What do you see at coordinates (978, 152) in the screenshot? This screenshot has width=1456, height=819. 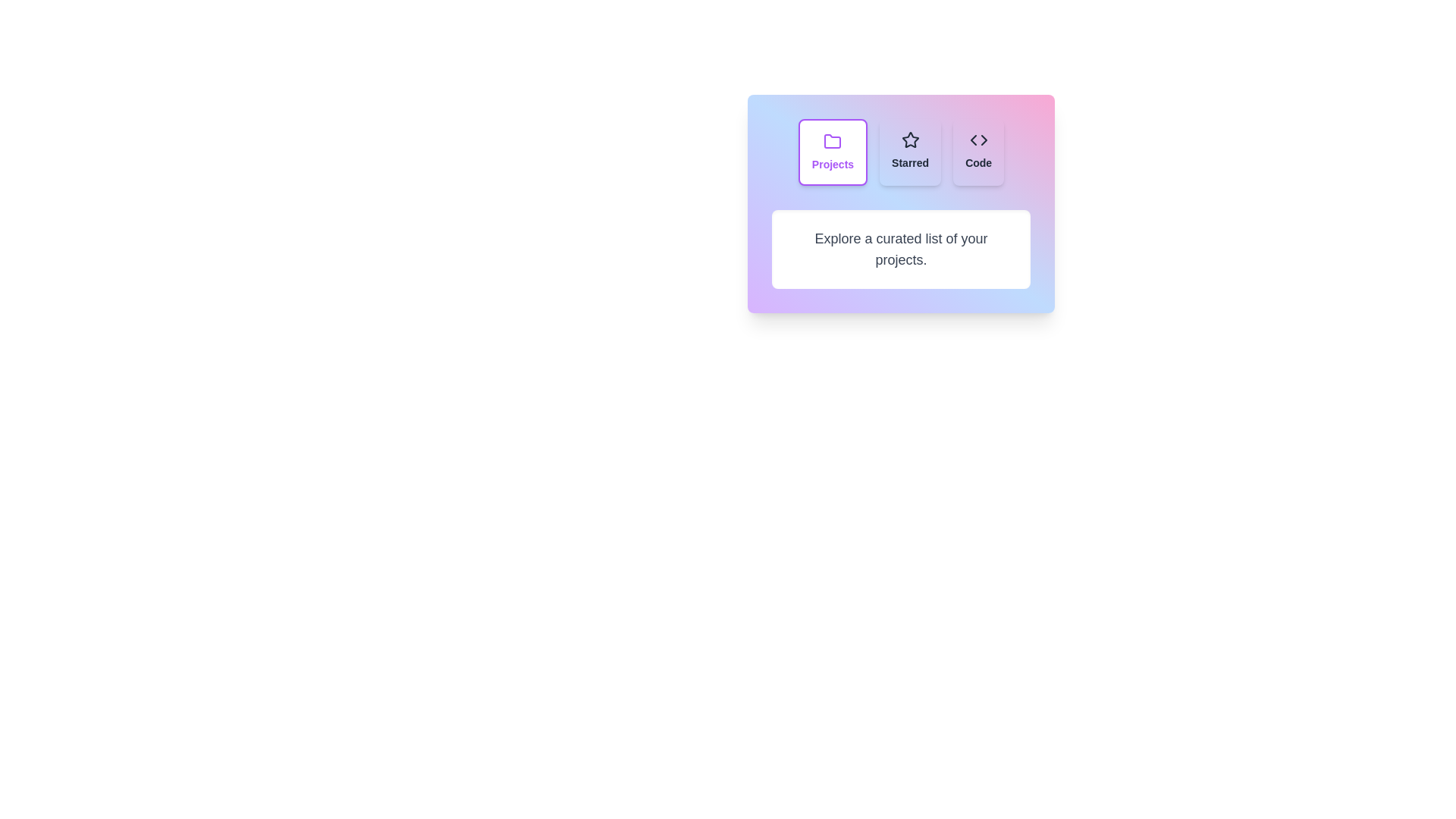 I see `the tab labeled Code` at bounding box center [978, 152].